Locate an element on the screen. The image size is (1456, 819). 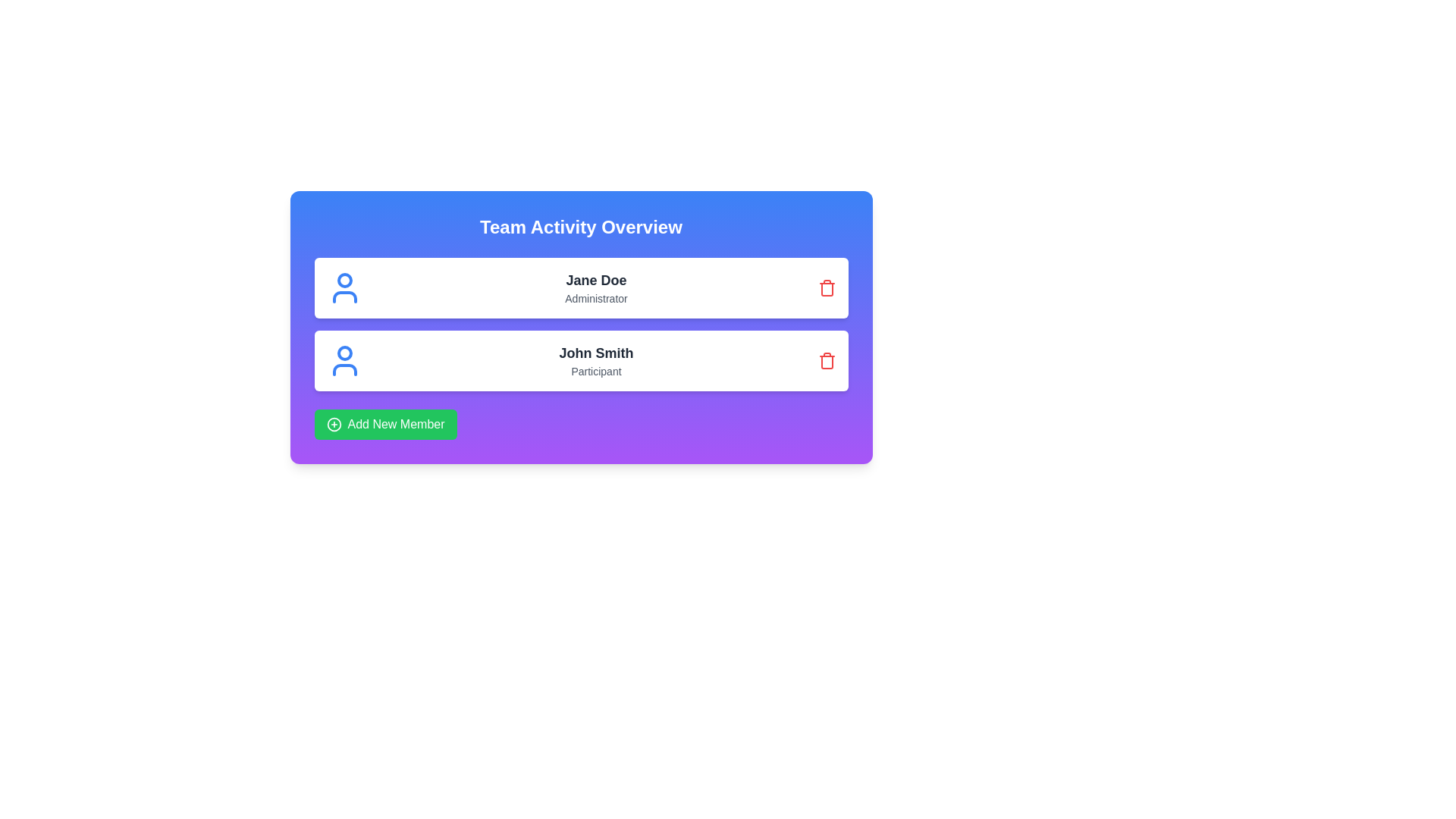
the static text display component containing 'John Smith' and 'Participant' located in the second entry of the item list under the 'Team Activity Overview' heading is located at coordinates (595, 360).